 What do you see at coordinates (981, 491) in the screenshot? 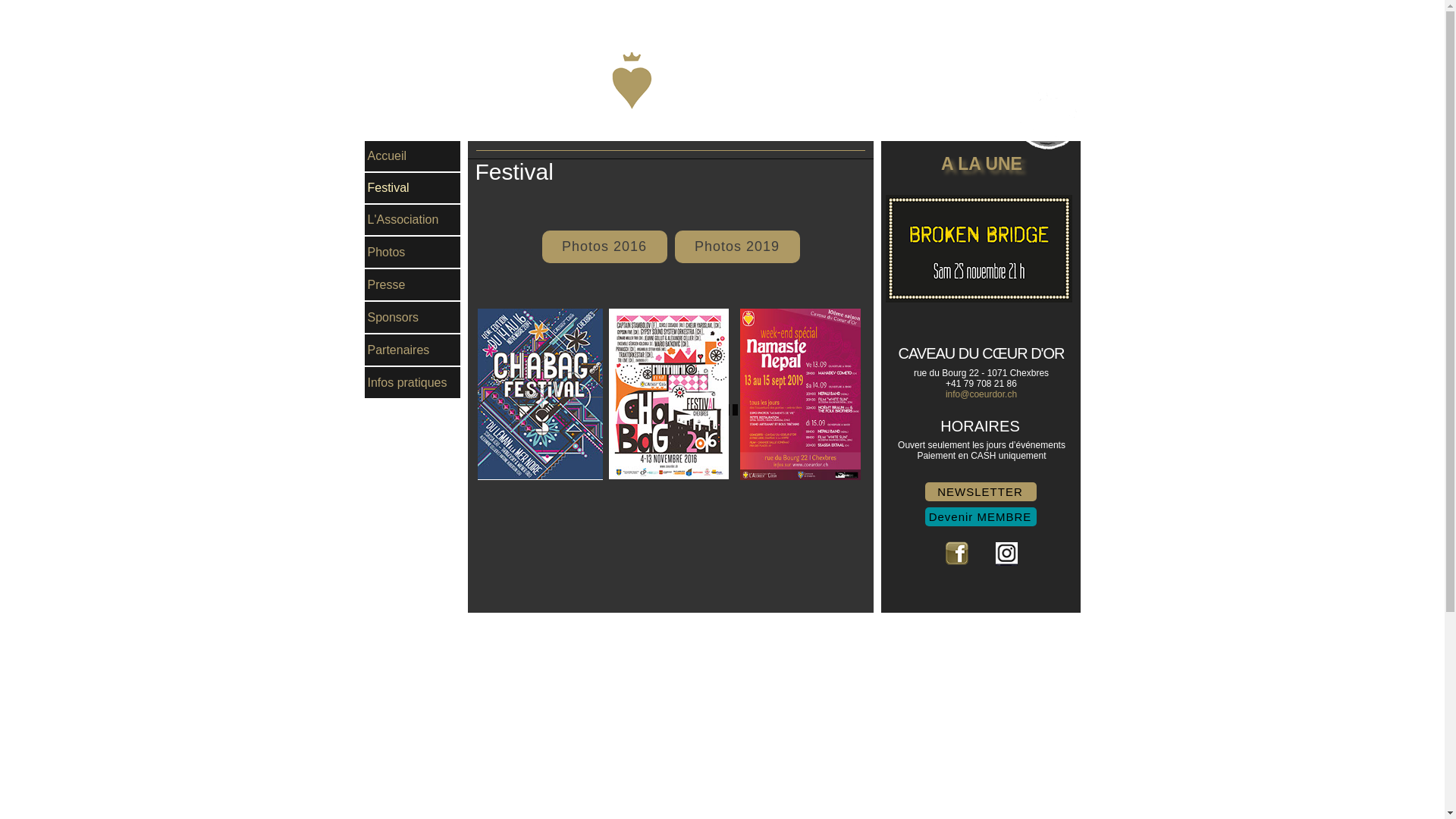
I see `'NEWSLETTER'` at bounding box center [981, 491].